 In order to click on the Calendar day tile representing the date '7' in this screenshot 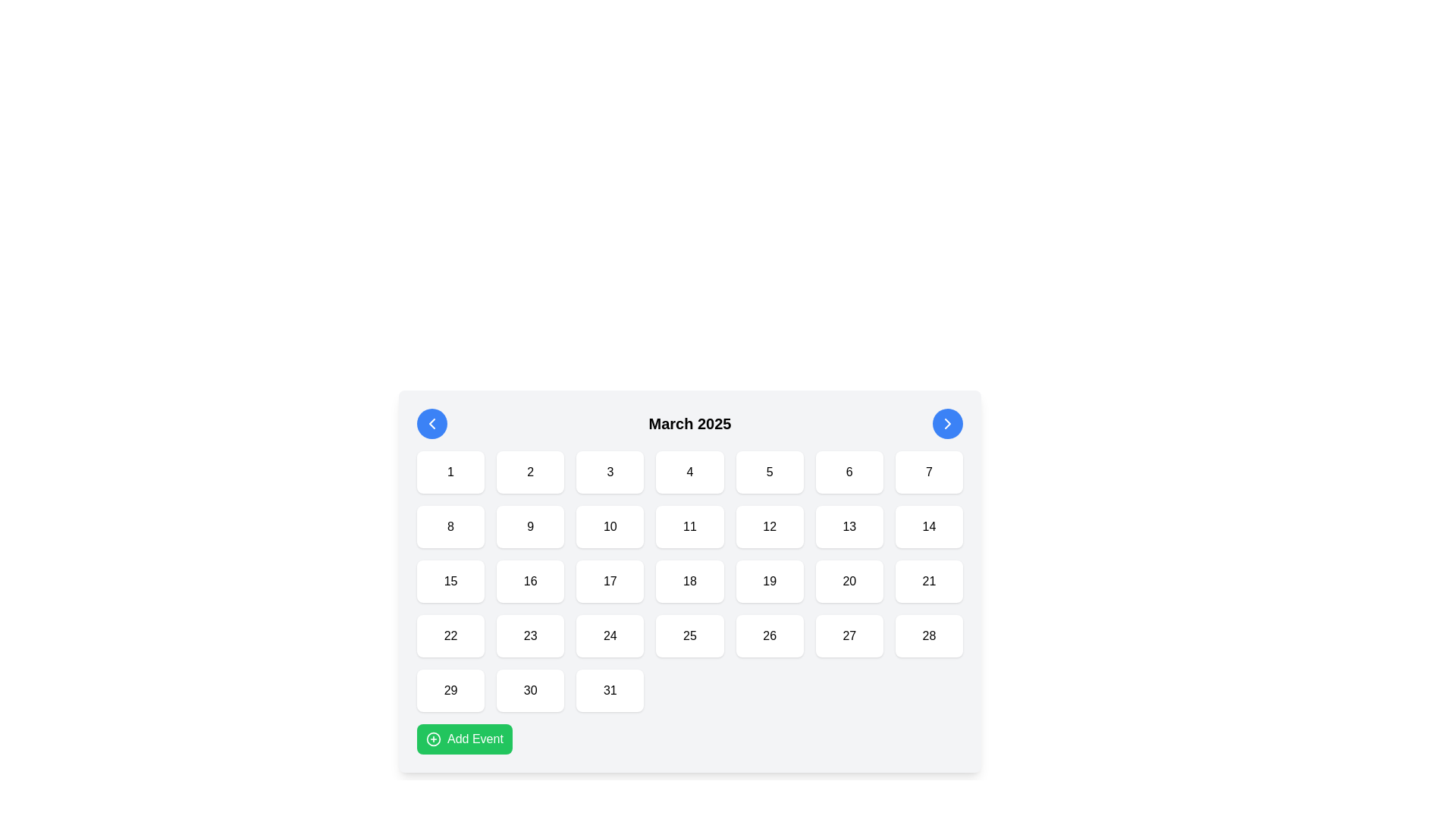, I will do `click(928, 472)`.